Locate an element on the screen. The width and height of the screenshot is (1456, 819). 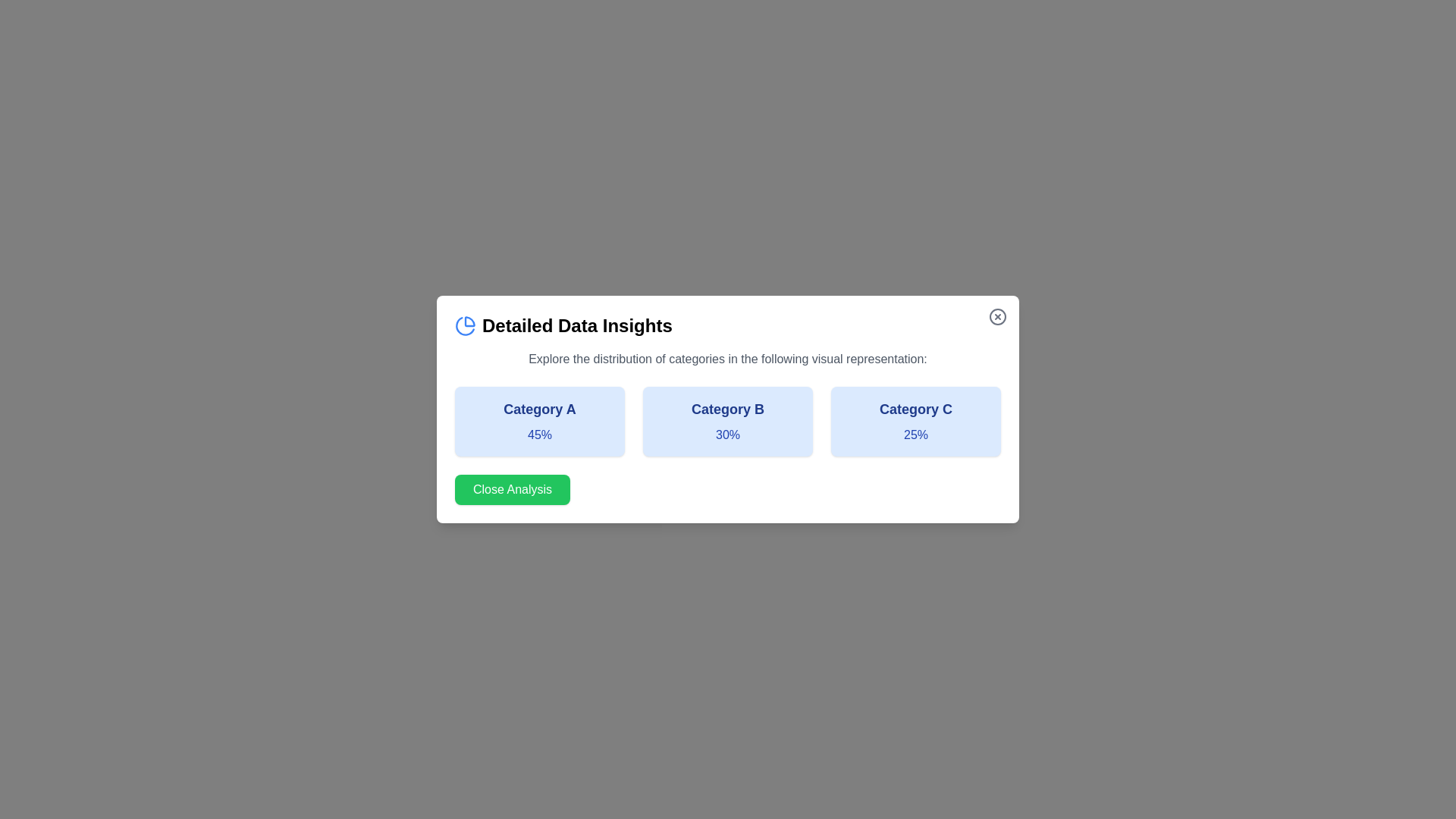
the circular close button with an 'X' icon at the top-right corner of the 'Detailed Data Insights' modal to change its color is located at coordinates (997, 315).